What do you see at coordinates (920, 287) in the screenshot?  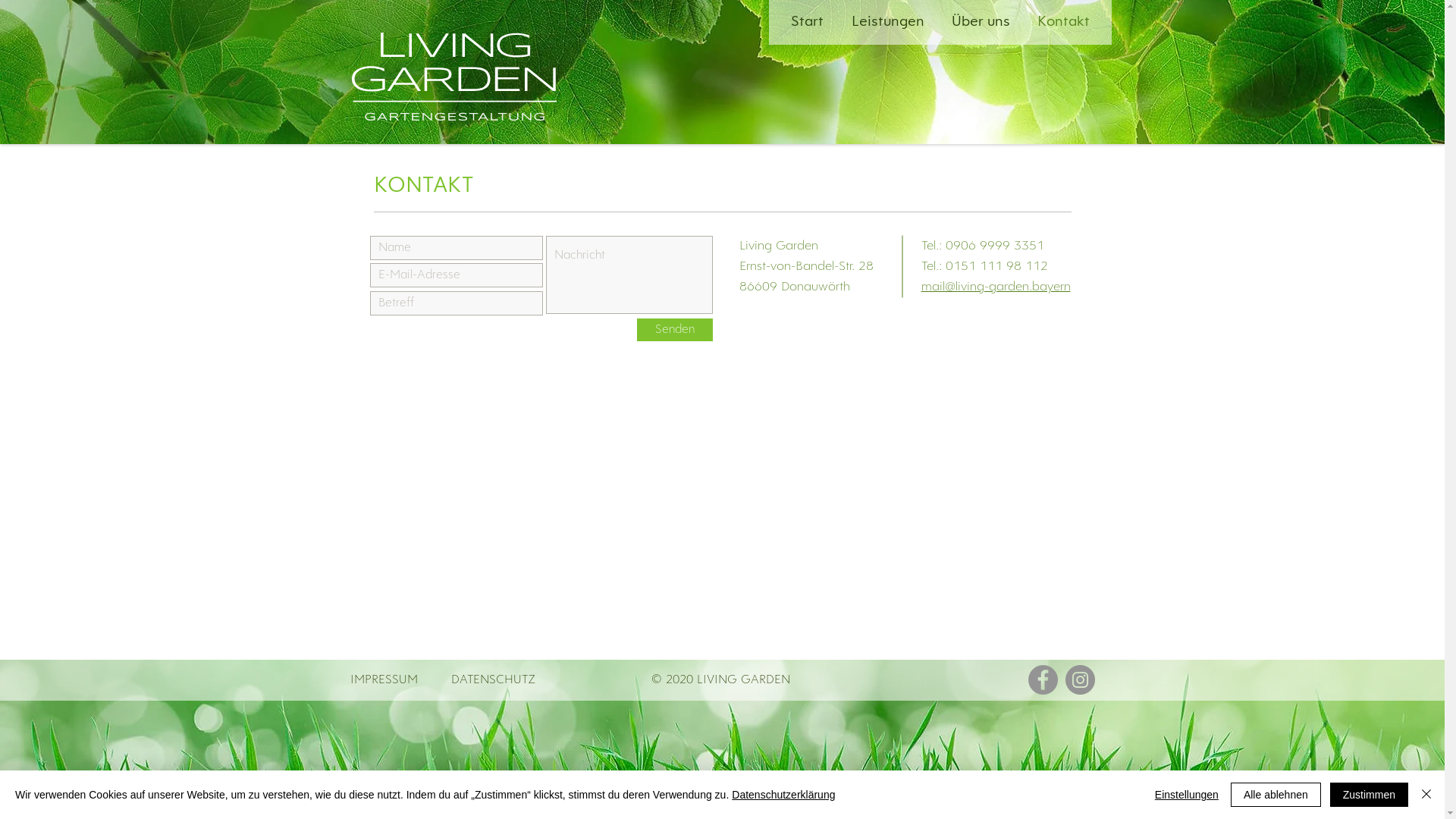 I see `'mail@living-garden.bayern'` at bounding box center [920, 287].